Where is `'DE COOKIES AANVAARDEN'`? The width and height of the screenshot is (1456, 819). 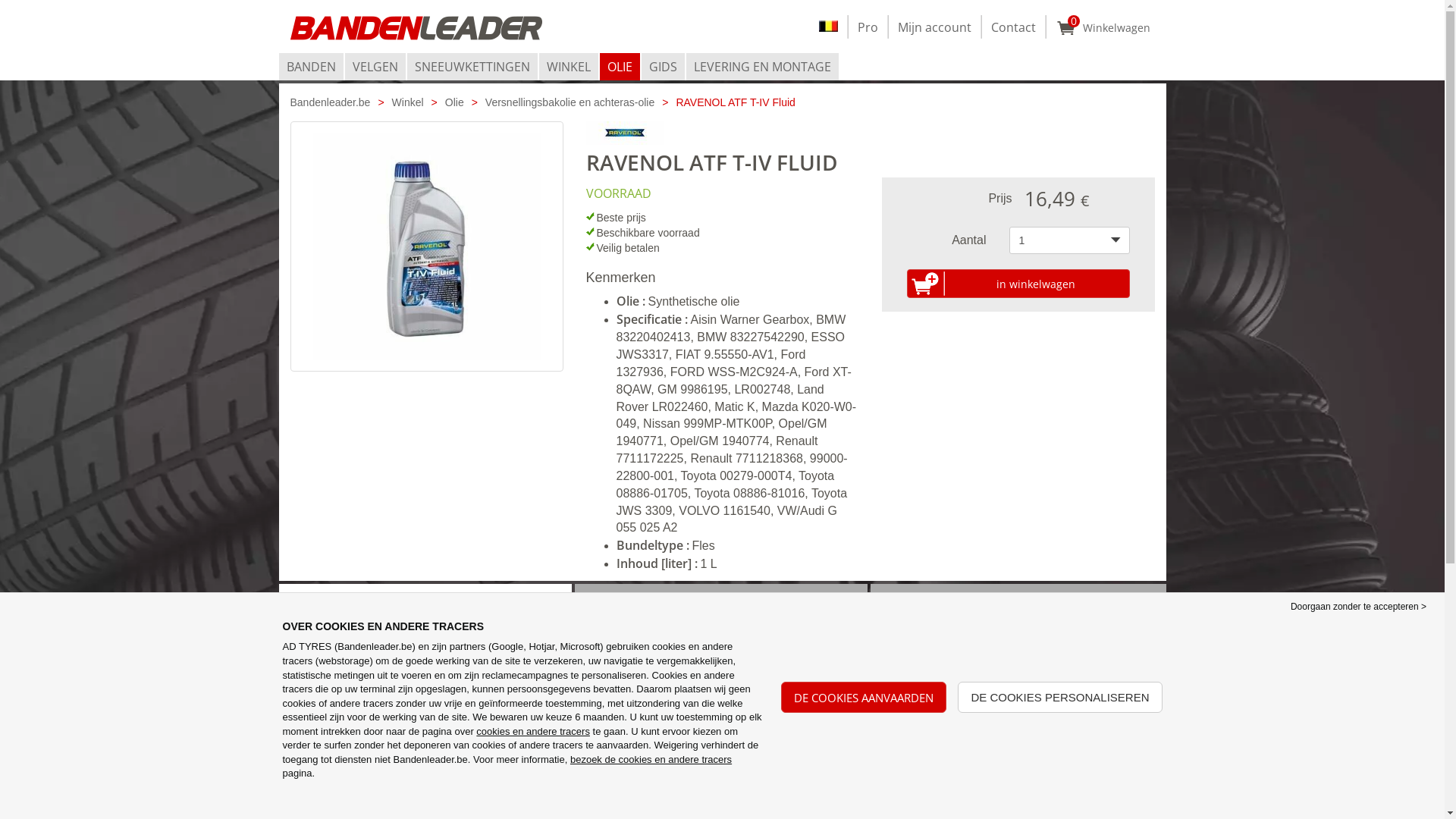
'DE COOKIES AANVAARDEN' is located at coordinates (863, 696).